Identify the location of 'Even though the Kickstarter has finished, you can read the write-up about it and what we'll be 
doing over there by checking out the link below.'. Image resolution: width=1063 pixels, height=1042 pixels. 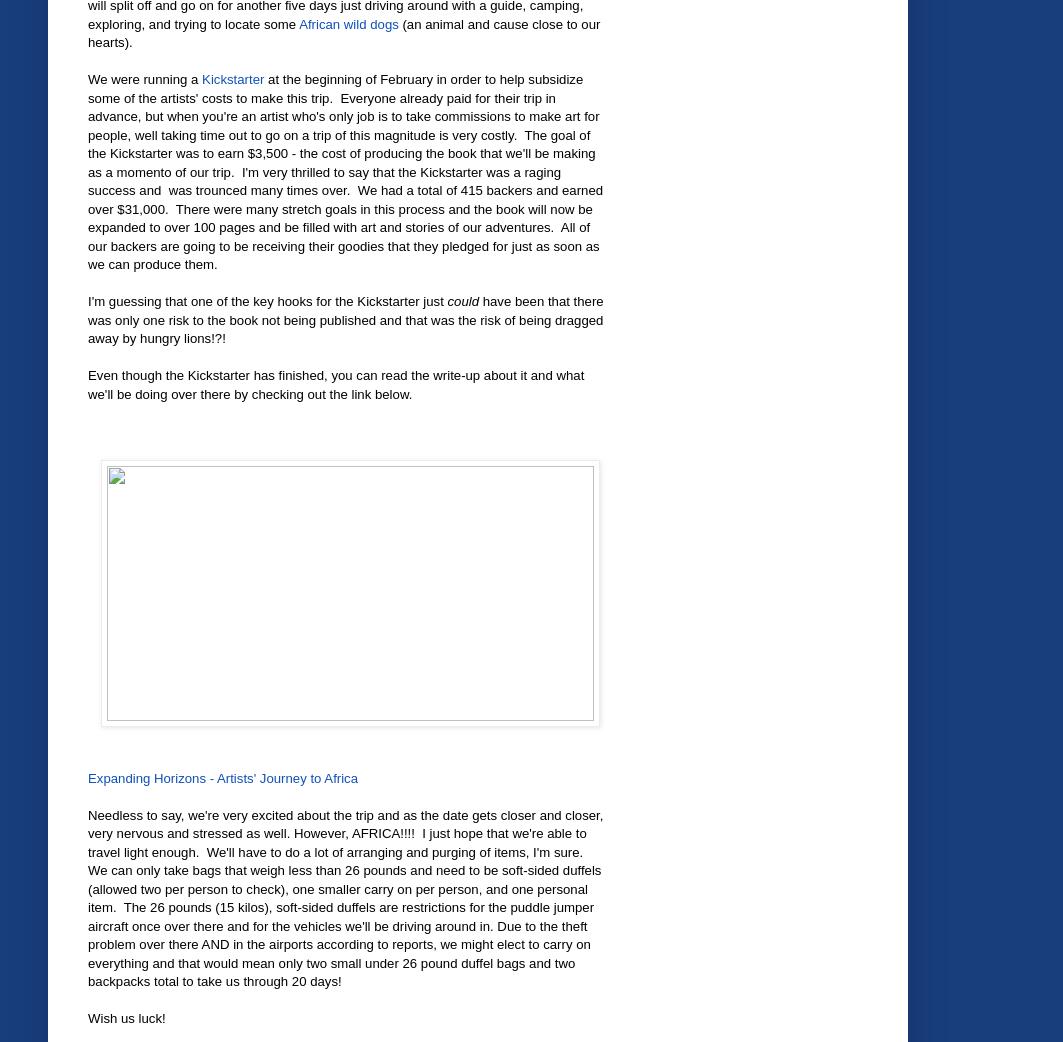
(336, 383).